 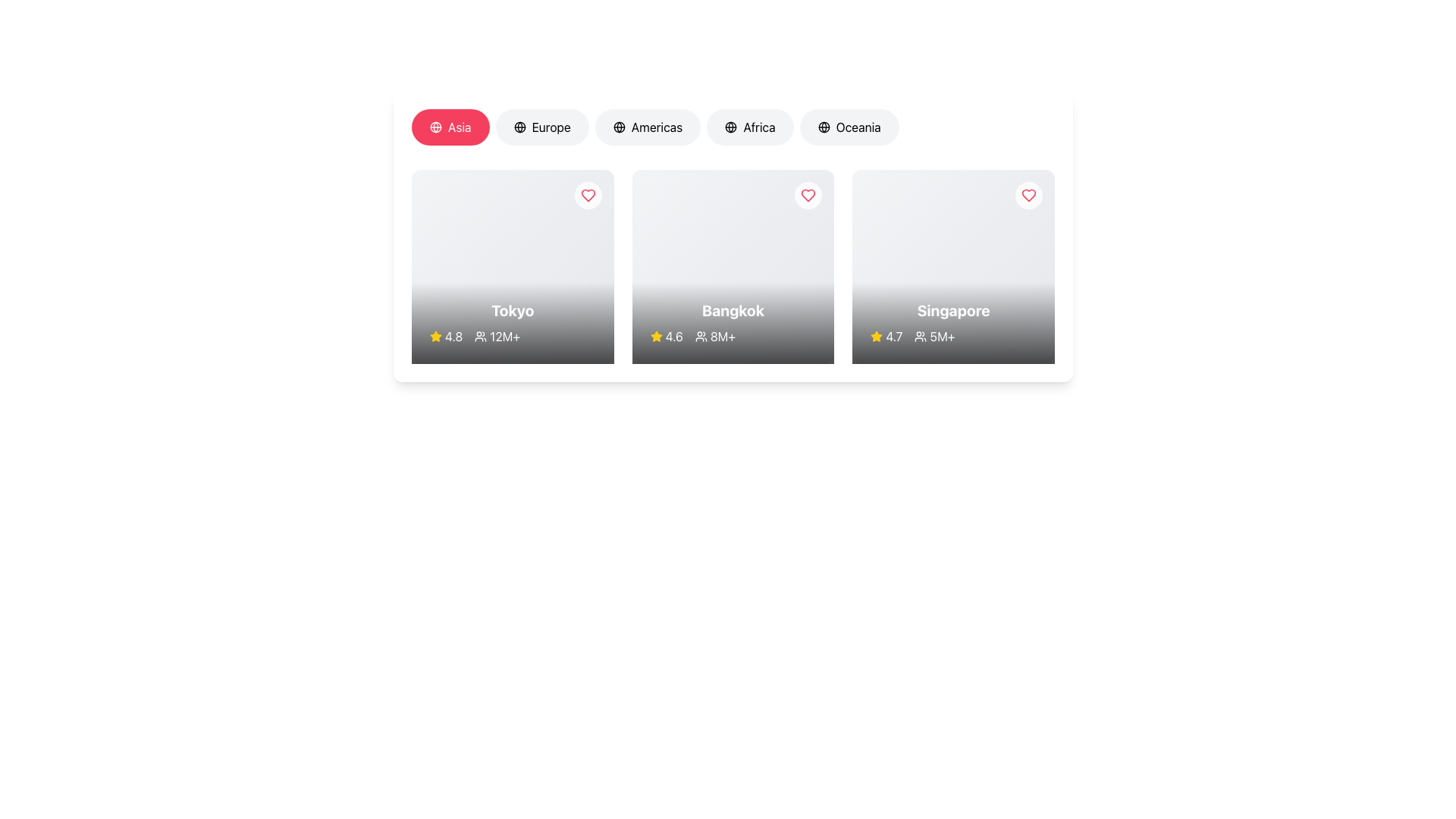 What do you see at coordinates (731, 127) in the screenshot?
I see `the small globe icon, which is the leftmost icon within the button labeled 'Africa' in the navigation bar, for its symbolic meaning` at bounding box center [731, 127].